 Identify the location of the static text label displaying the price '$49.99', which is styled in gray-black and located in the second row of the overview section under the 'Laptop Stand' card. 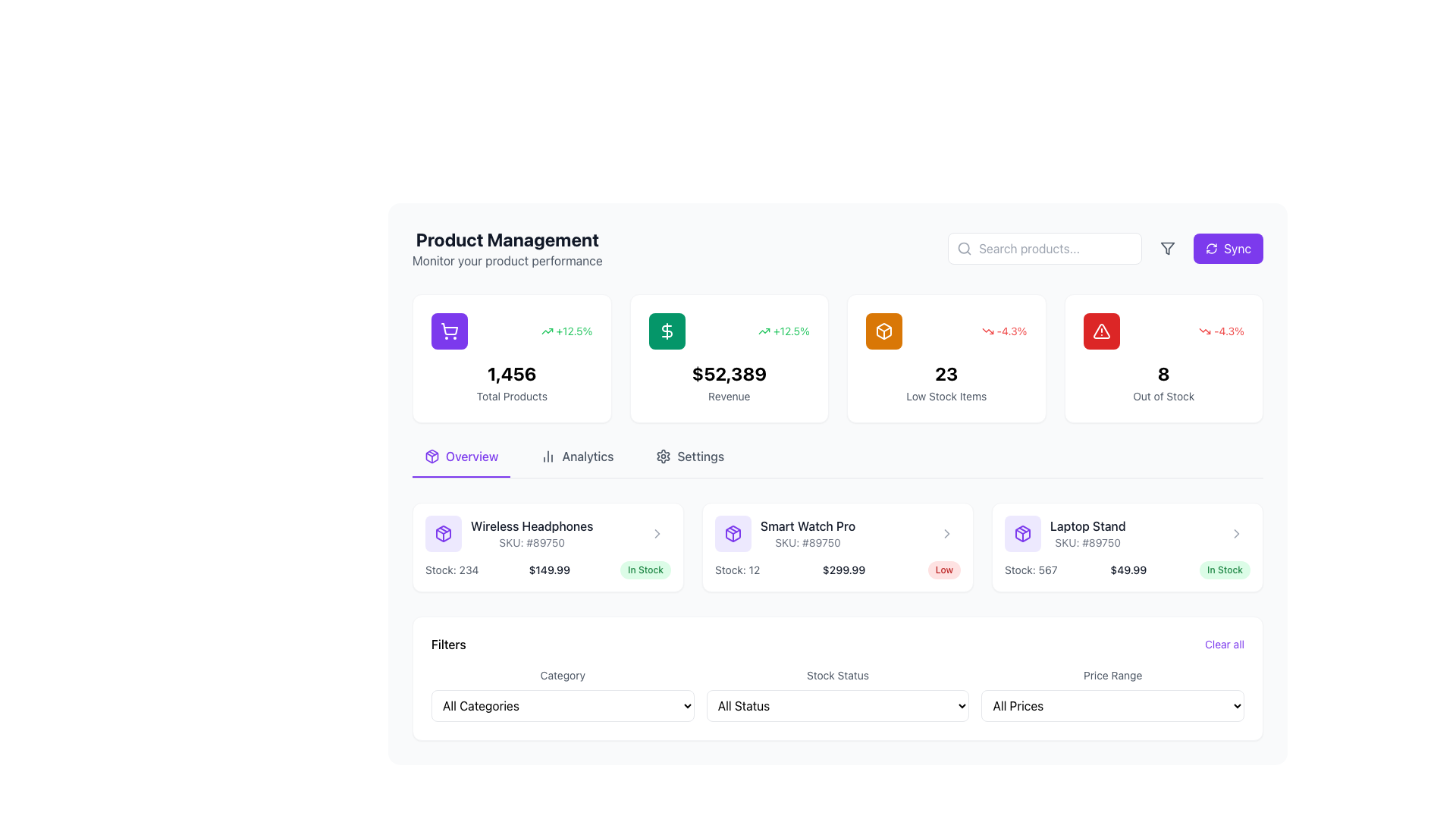
(1128, 570).